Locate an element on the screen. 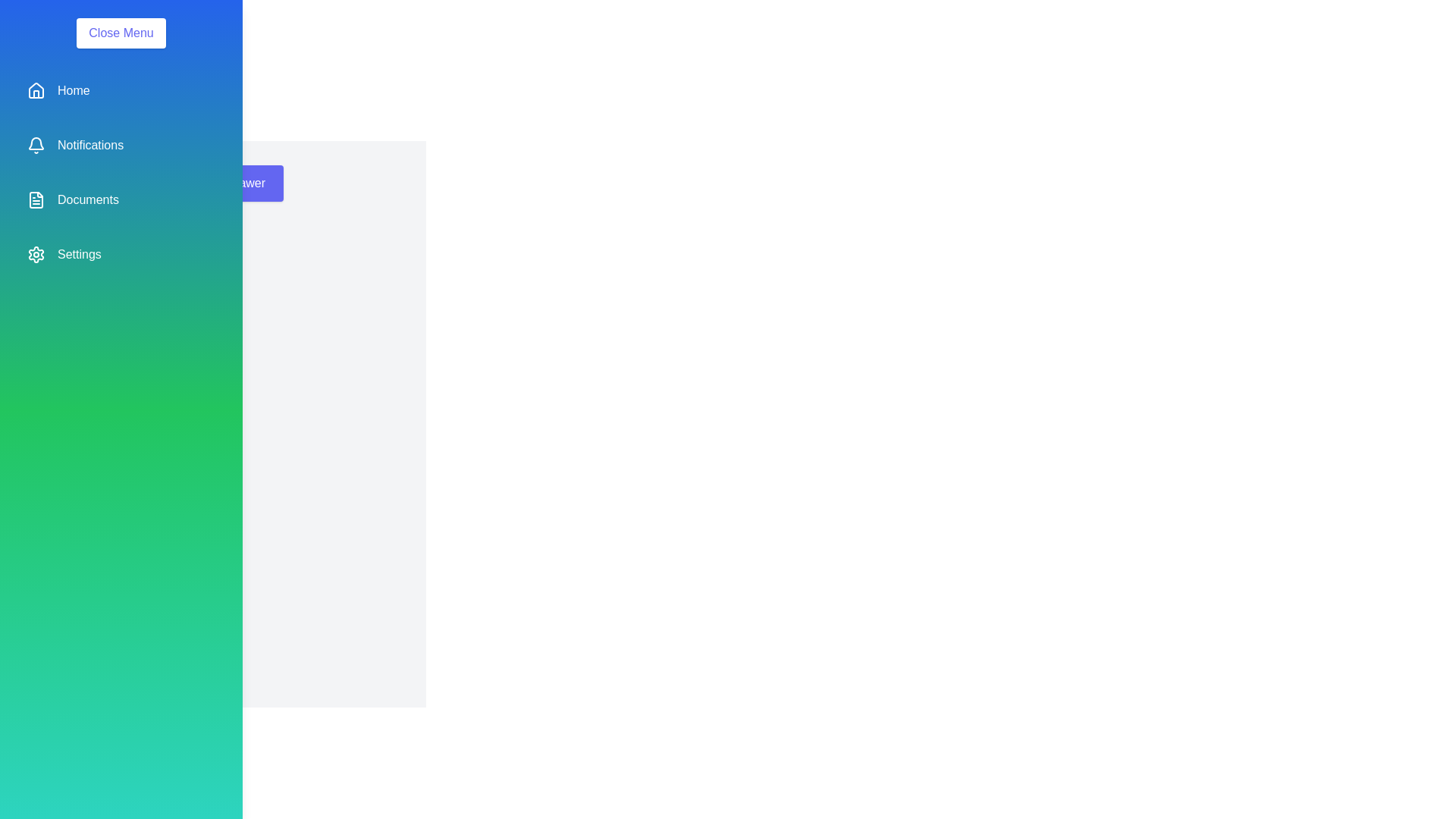 The width and height of the screenshot is (1456, 819). the menu item Documents to observe the hover effect is located at coordinates (120, 199).